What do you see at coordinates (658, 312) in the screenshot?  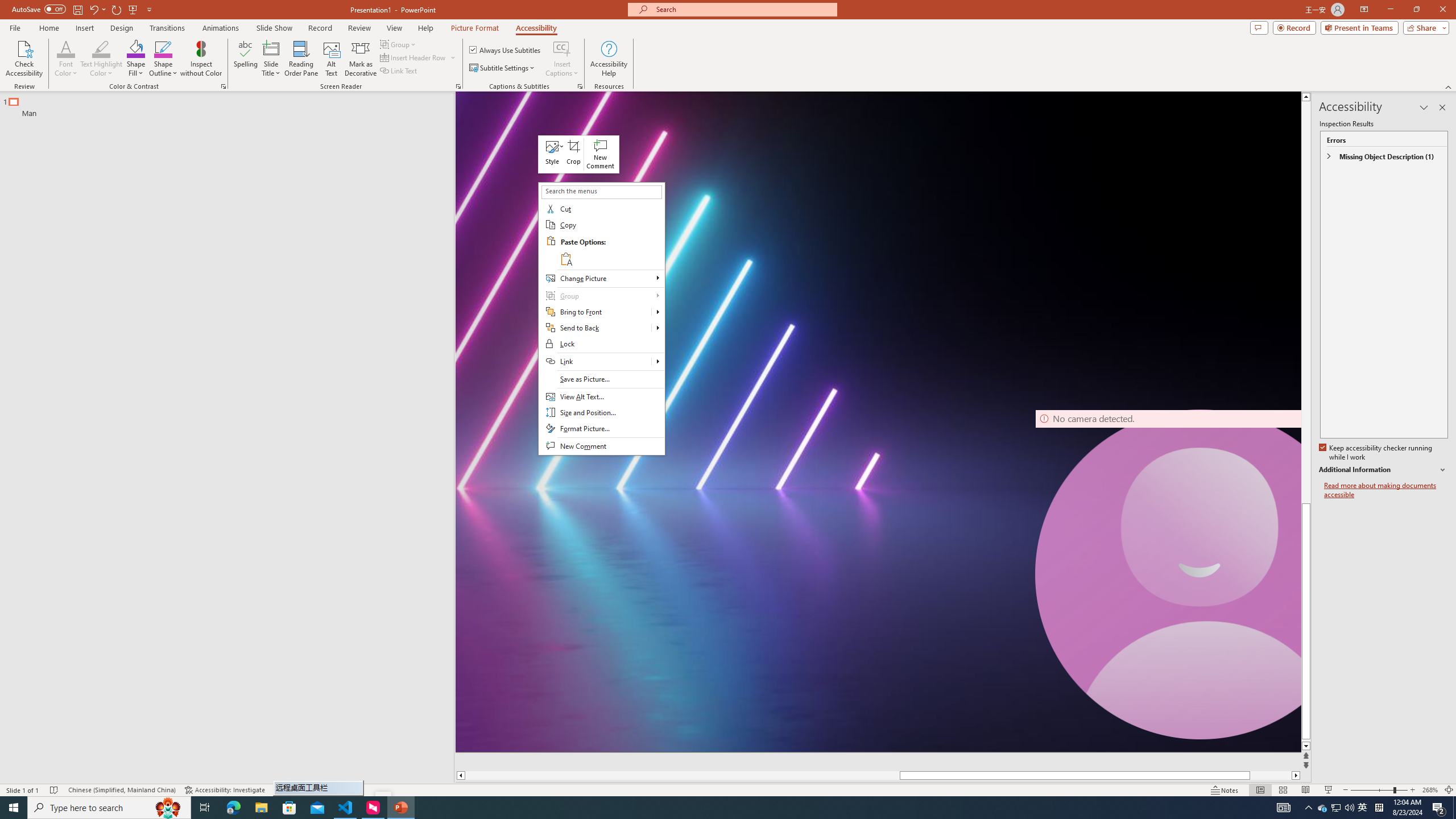 I see `'Bring to Front'` at bounding box center [658, 312].